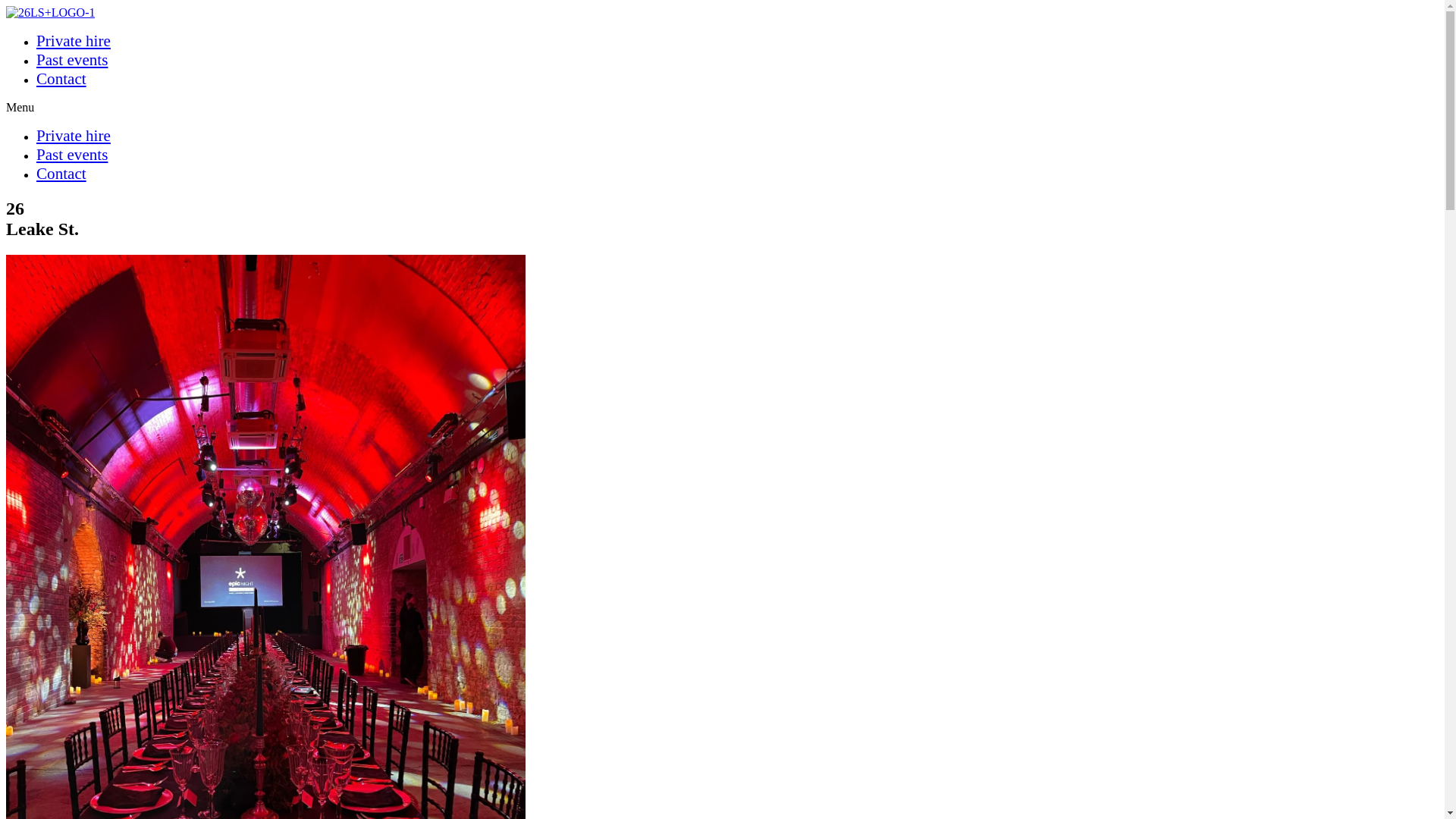 The width and height of the screenshot is (1456, 819). I want to click on '26LS+LOGO-1', so click(50, 12).